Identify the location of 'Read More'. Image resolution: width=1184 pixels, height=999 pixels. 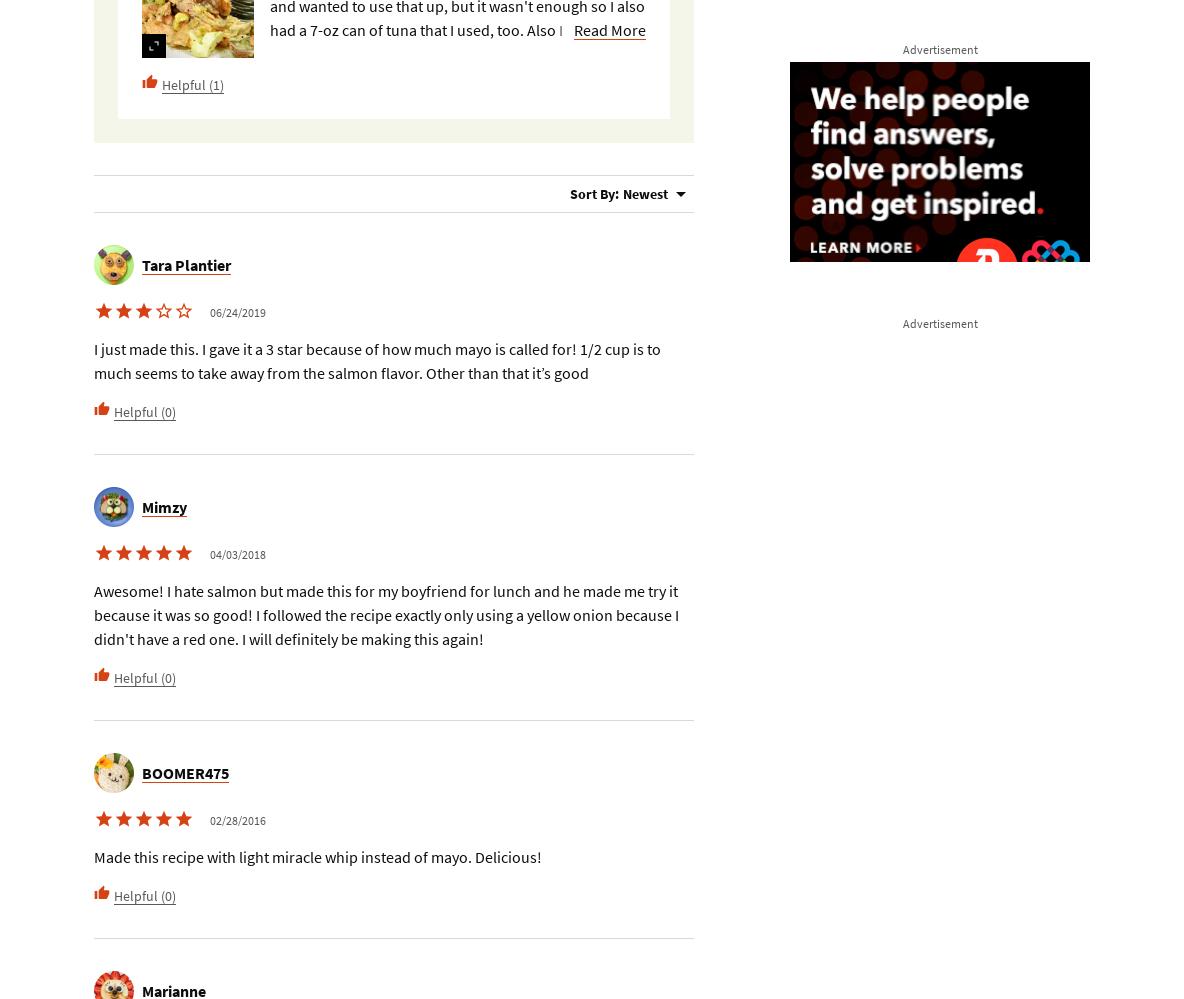
(608, 29).